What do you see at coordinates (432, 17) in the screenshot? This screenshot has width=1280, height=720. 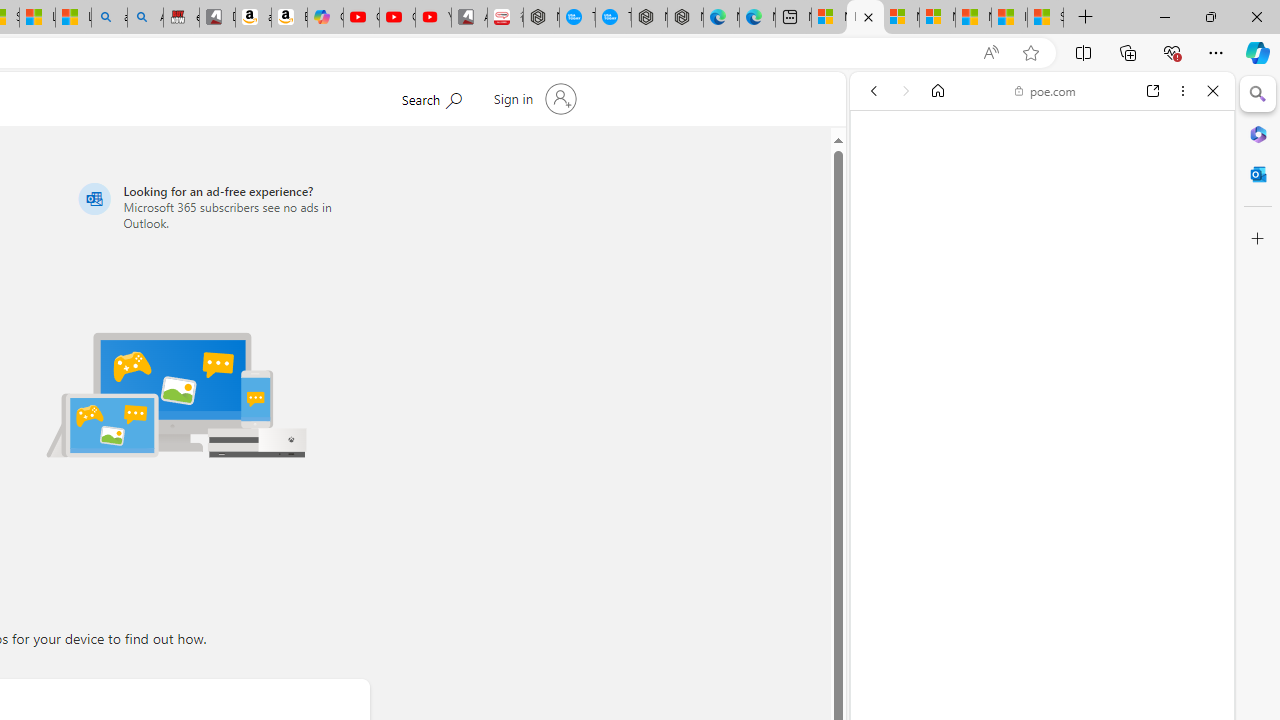 I see `'YouTube Kids - An App Created for Kids to Explore Content'` at bounding box center [432, 17].